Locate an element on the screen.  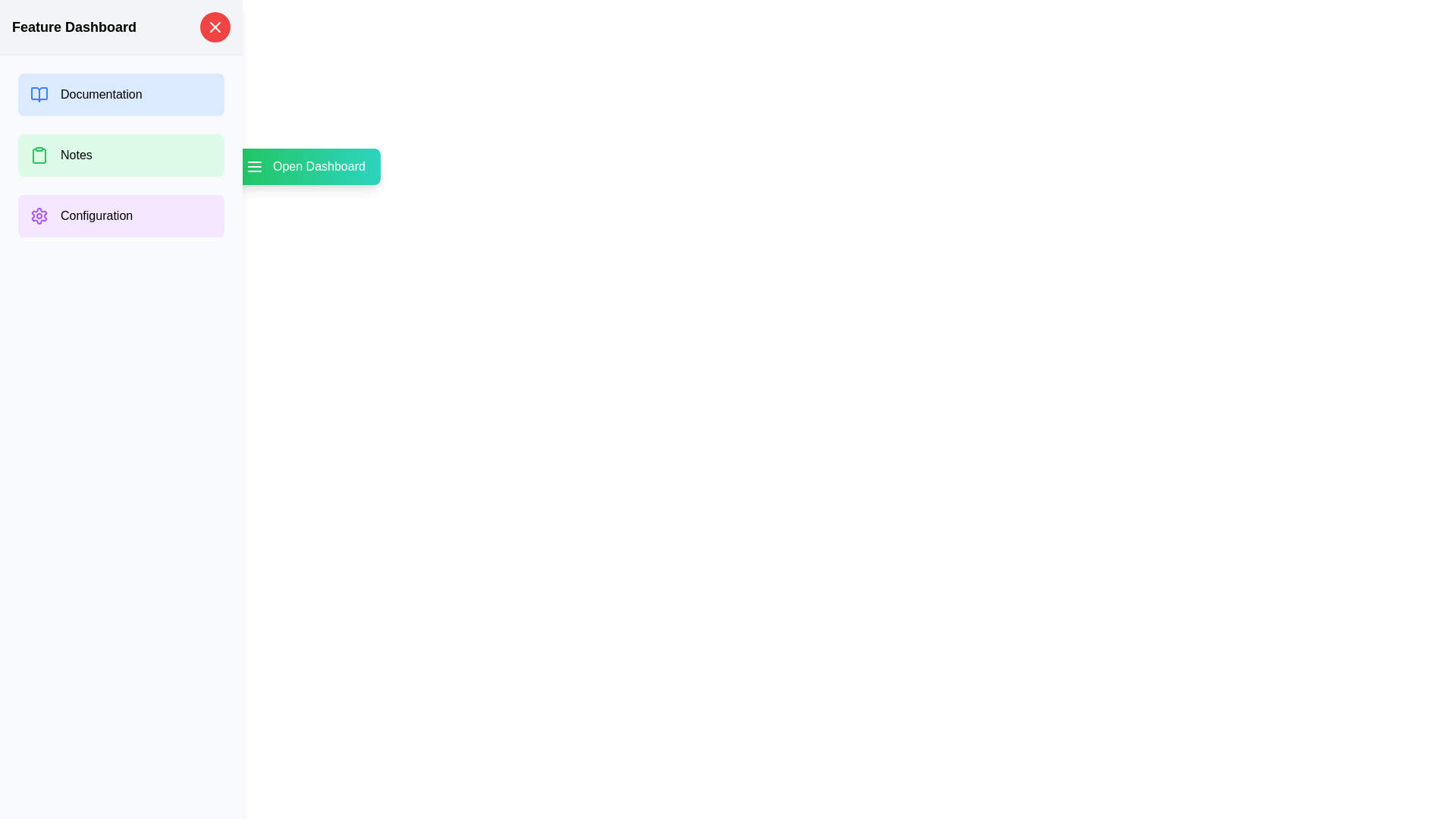
the button labeled 'Documentation' to observe its hover effect is located at coordinates (120, 94).